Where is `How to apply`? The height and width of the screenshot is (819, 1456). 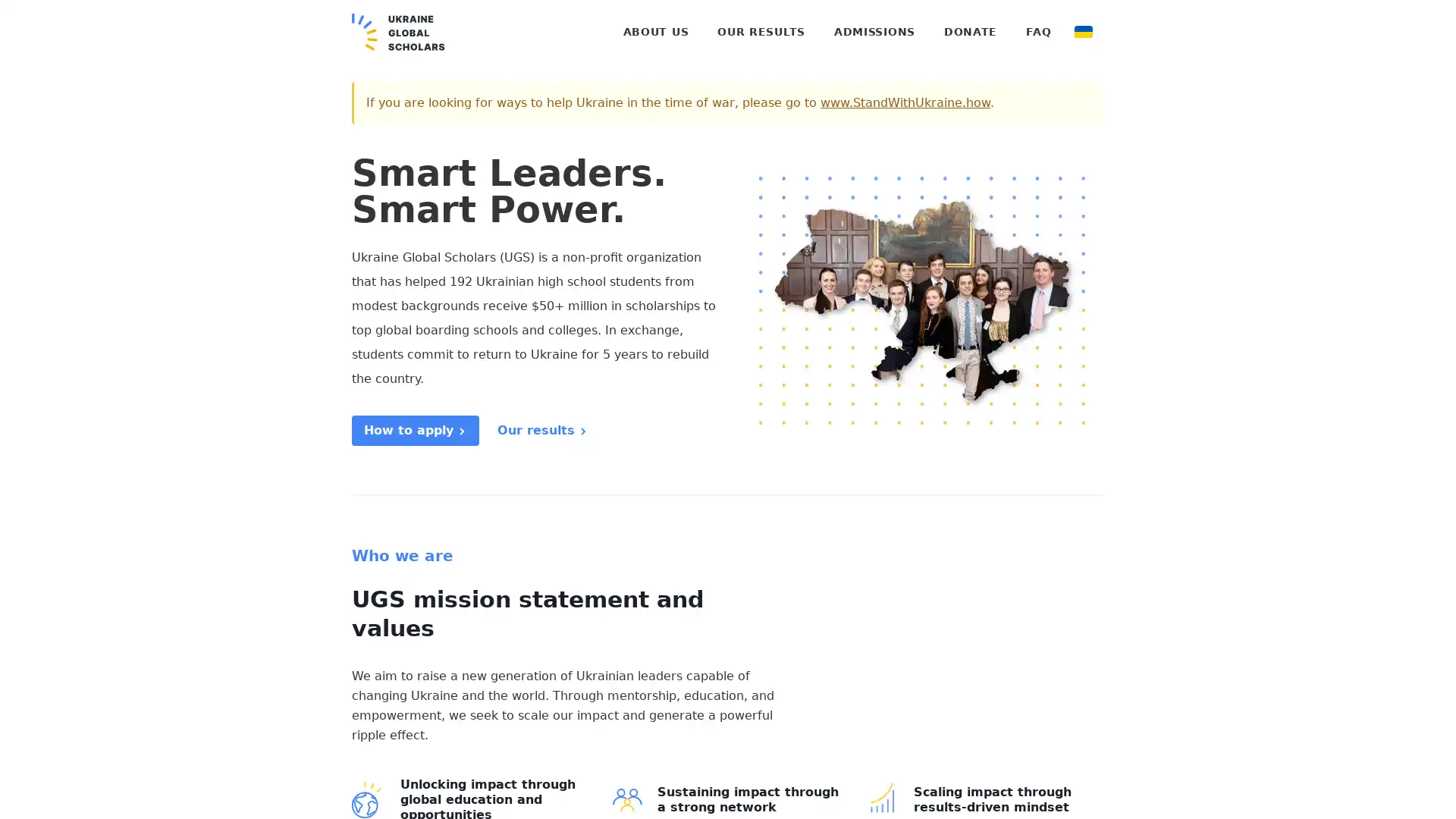
How to apply is located at coordinates (415, 430).